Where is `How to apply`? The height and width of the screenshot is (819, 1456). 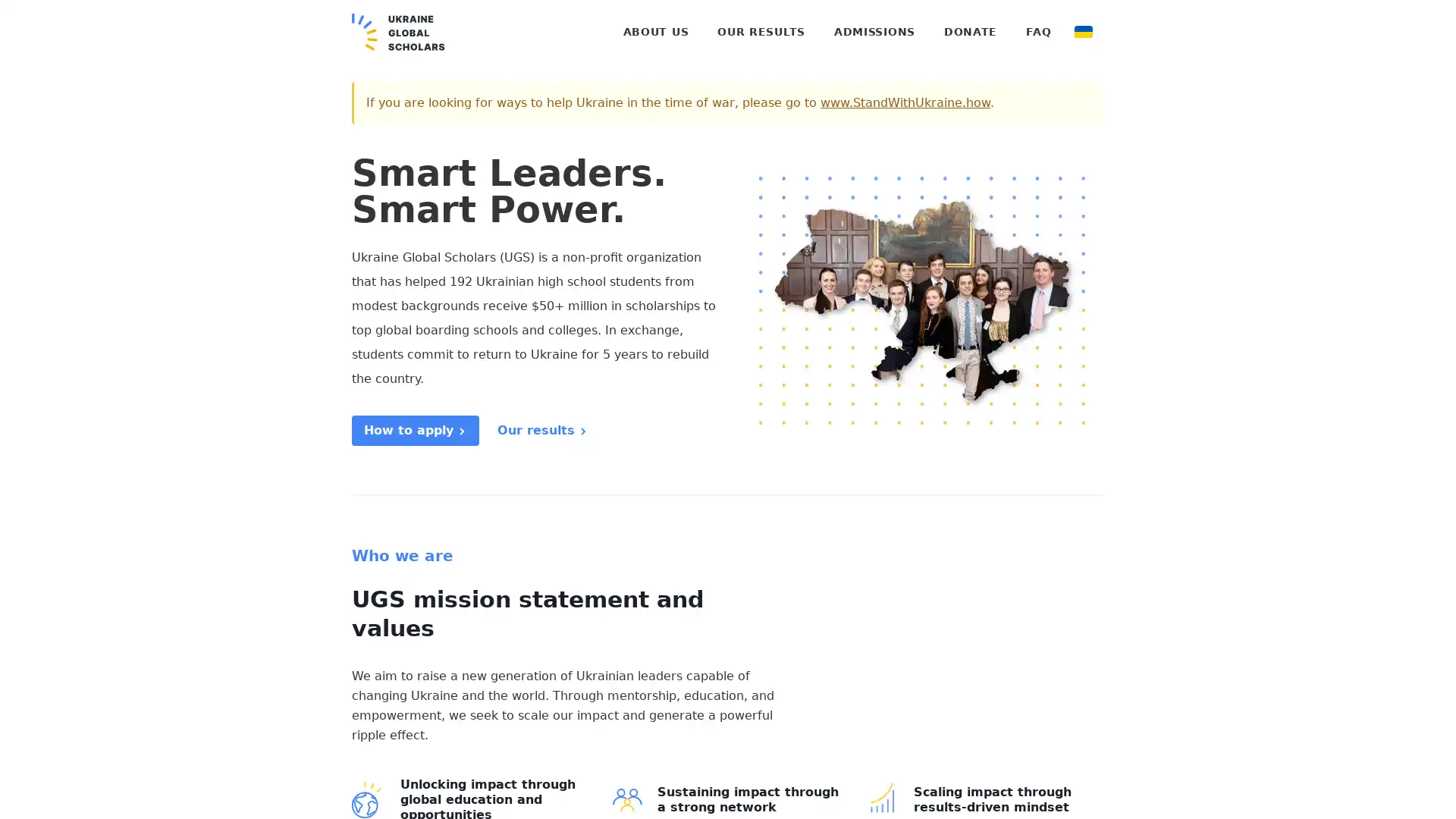
How to apply is located at coordinates (415, 430).